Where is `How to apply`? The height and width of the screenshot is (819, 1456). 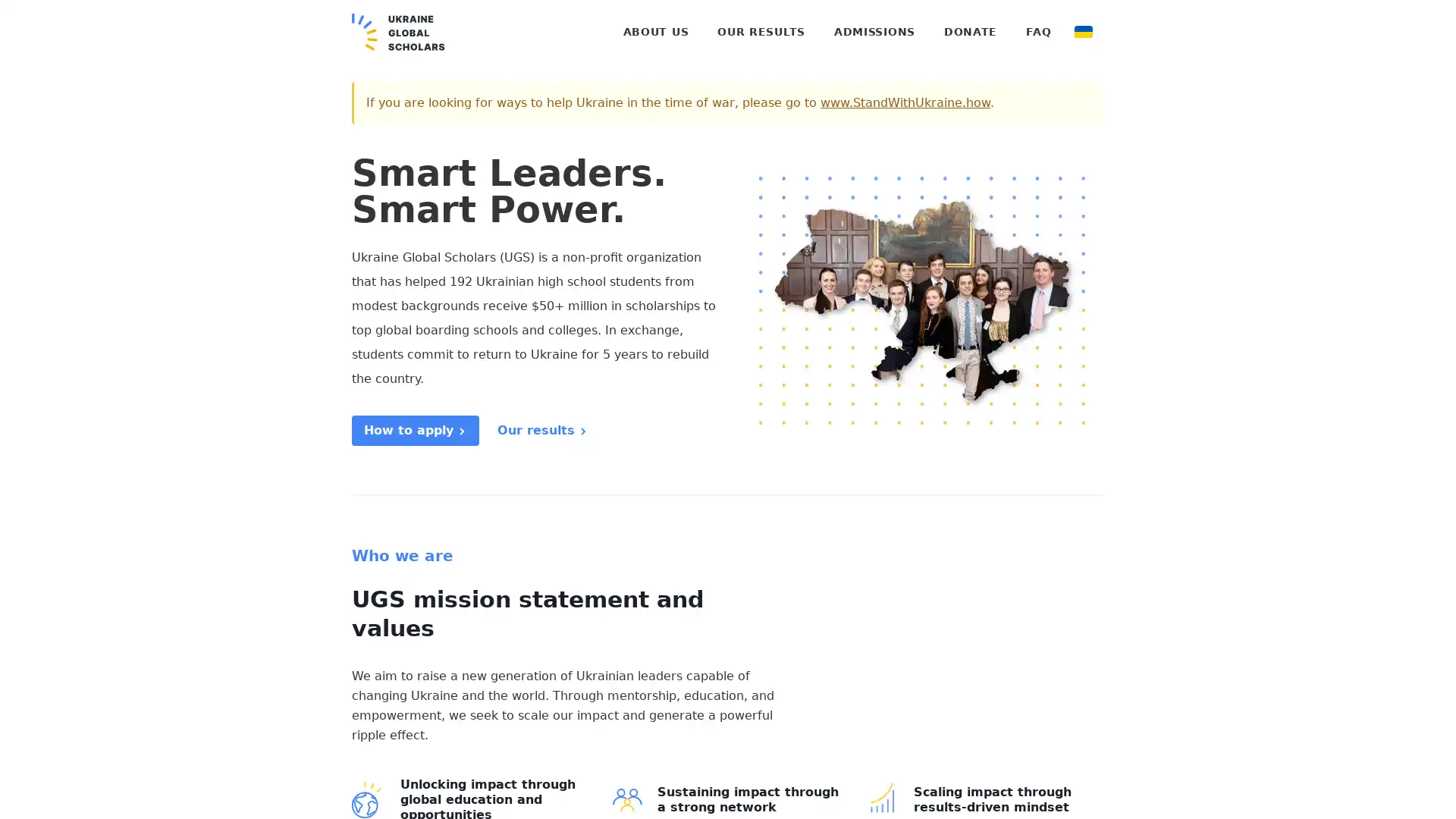
How to apply is located at coordinates (415, 430).